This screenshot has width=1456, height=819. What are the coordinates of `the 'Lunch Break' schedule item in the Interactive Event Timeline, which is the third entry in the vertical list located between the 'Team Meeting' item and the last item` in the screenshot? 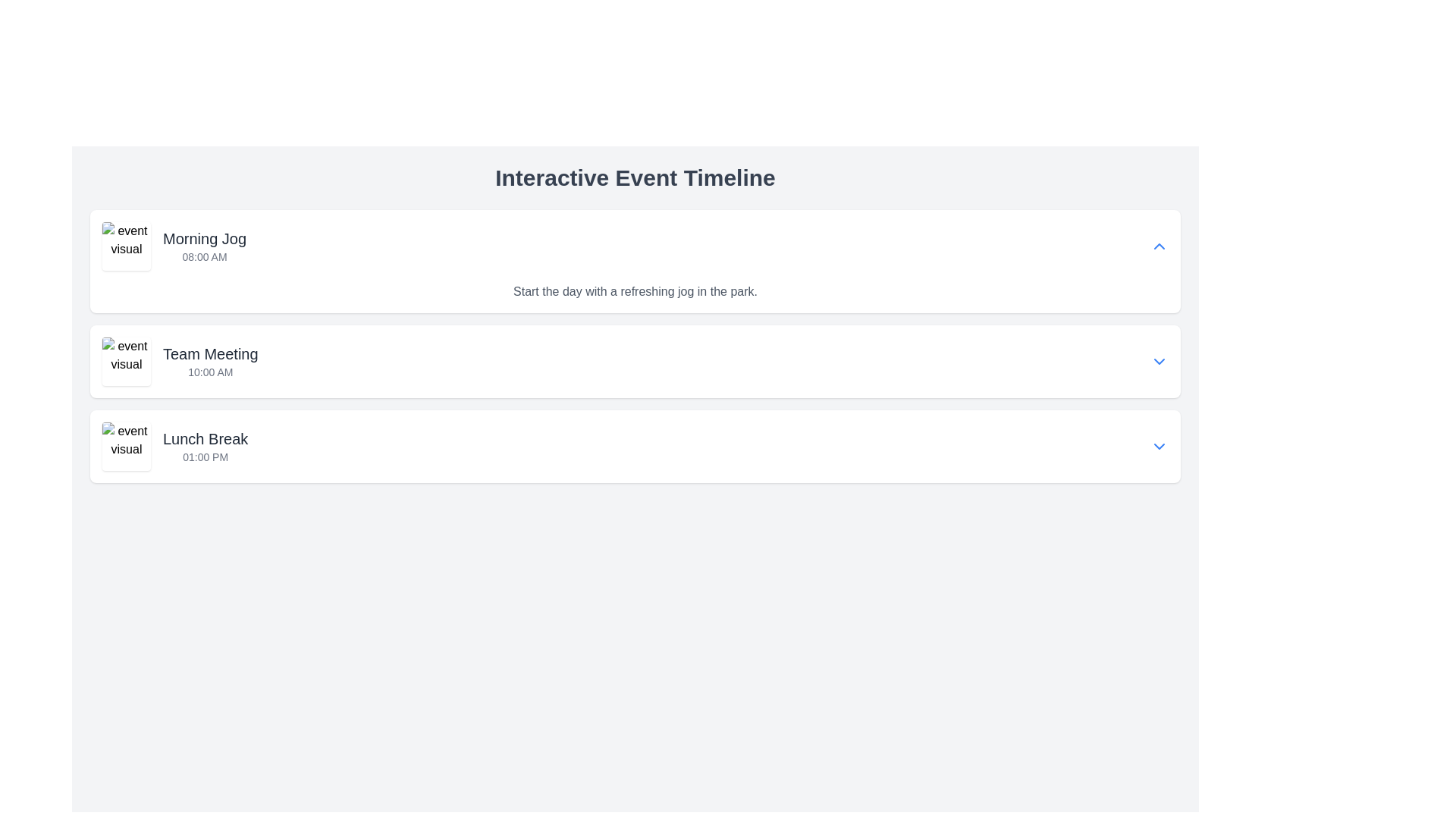 It's located at (175, 446).